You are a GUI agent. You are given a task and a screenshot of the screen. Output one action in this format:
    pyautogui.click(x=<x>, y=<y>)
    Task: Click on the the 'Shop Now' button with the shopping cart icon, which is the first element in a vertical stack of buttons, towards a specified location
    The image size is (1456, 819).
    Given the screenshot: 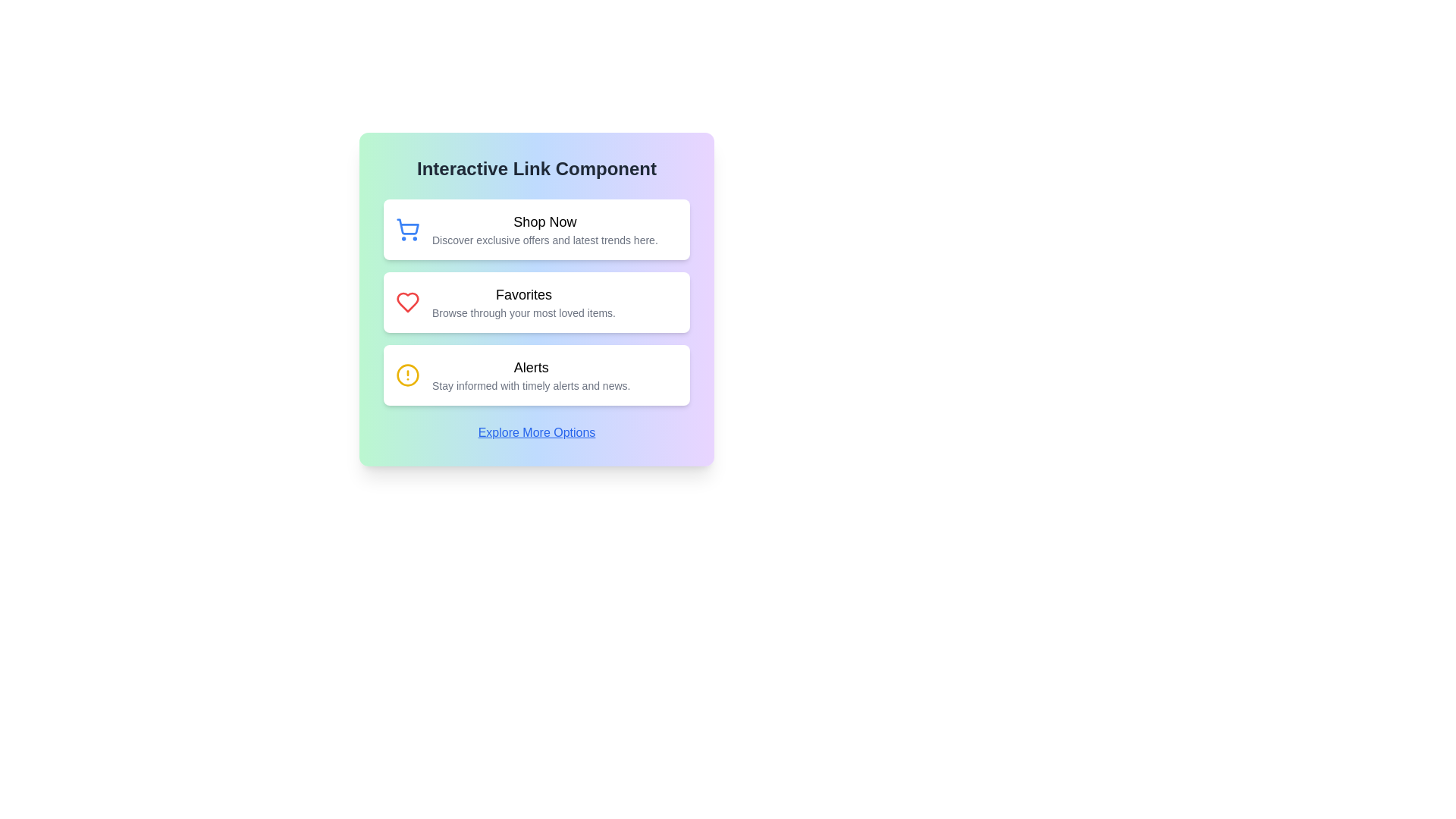 What is the action you would take?
    pyautogui.click(x=537, y=230)
    